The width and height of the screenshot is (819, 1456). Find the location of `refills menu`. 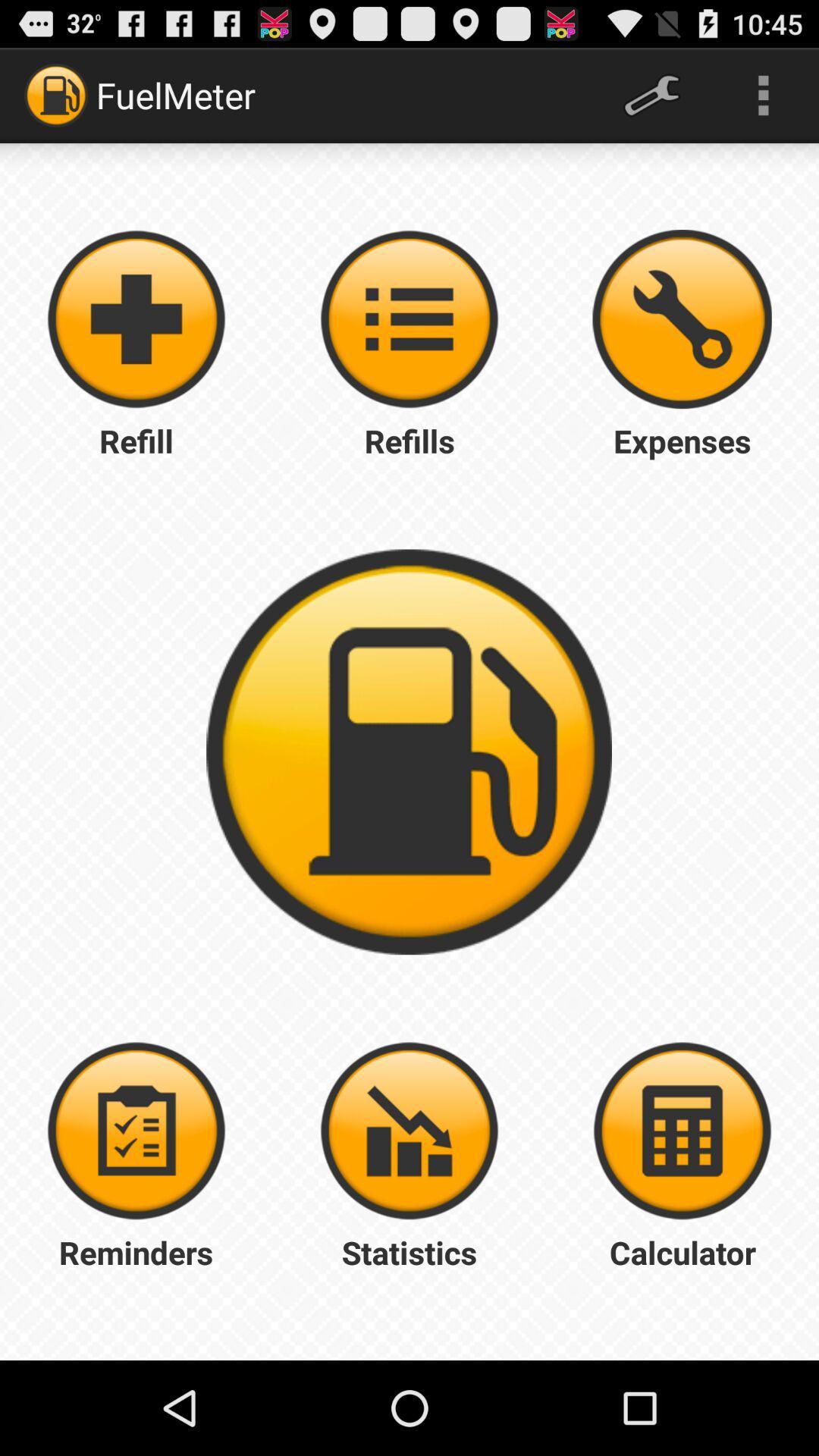

refills menu is located at coordinates (409, 318).